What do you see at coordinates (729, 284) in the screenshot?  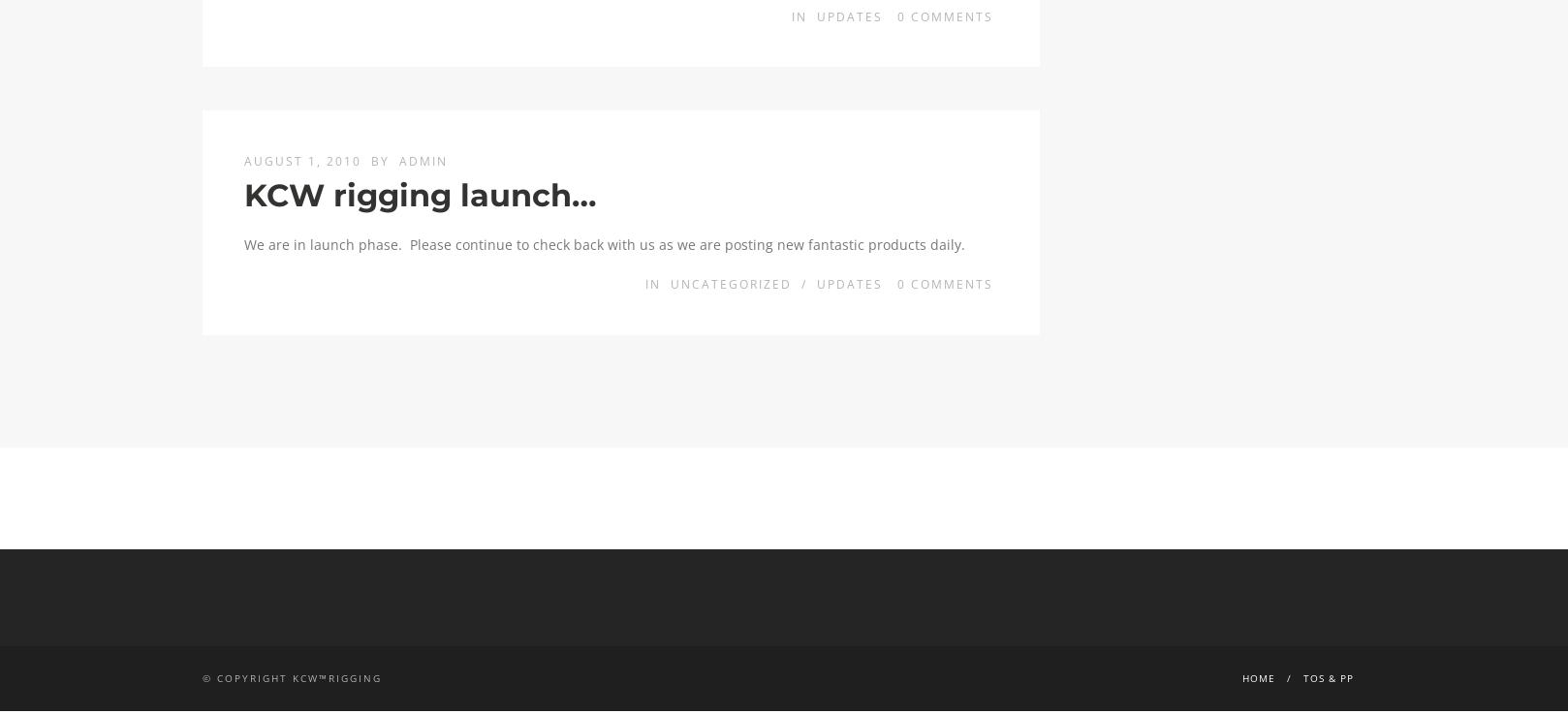 I see `'Uncategorized'` at bounding box center [729, 284].